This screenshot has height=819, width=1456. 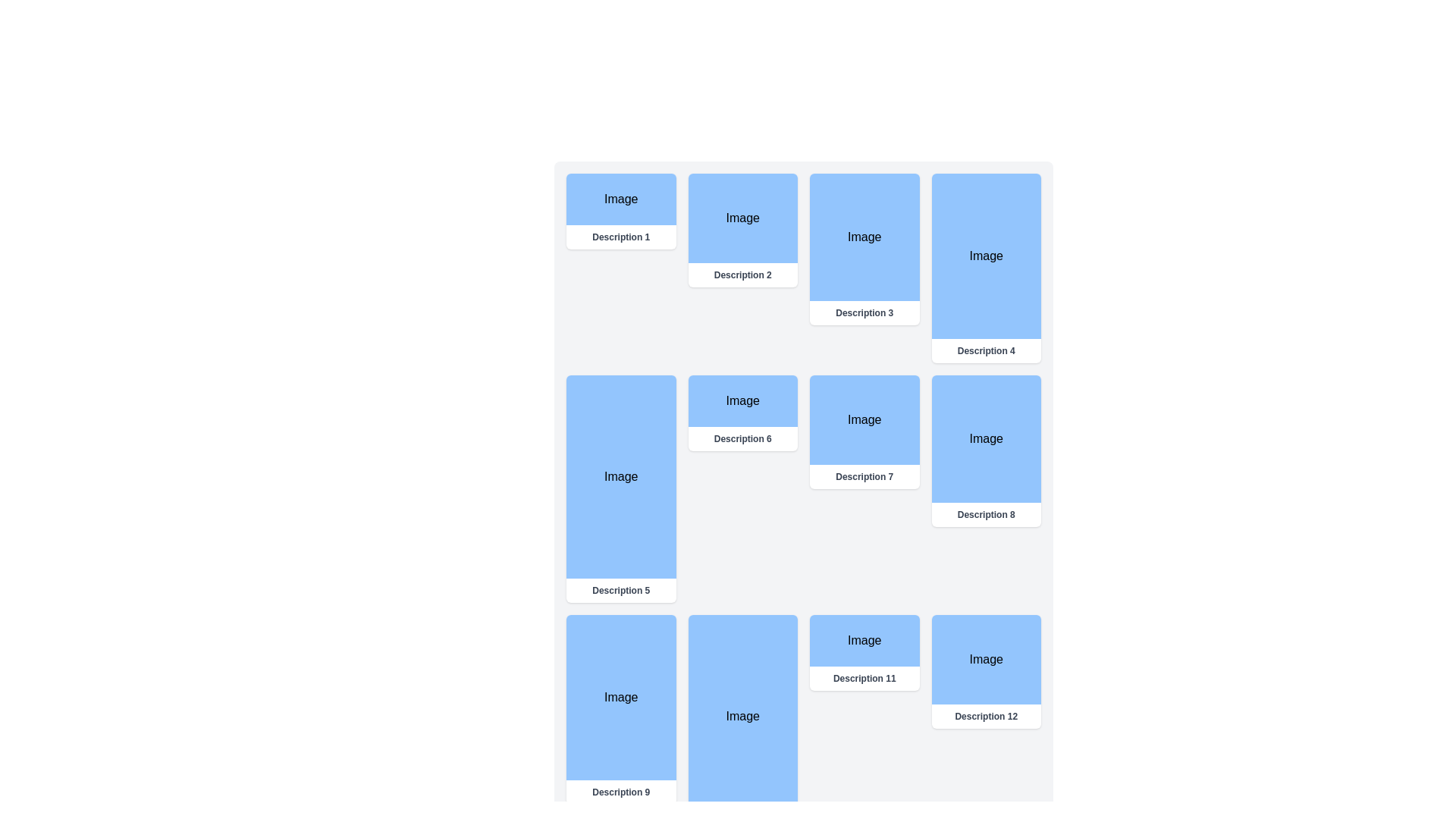 I want to click on the Card element located in the fourth column of the fourth row, which serves as a visual representation for a specific item in the gallery or catalog, so click(x=986, y=671).